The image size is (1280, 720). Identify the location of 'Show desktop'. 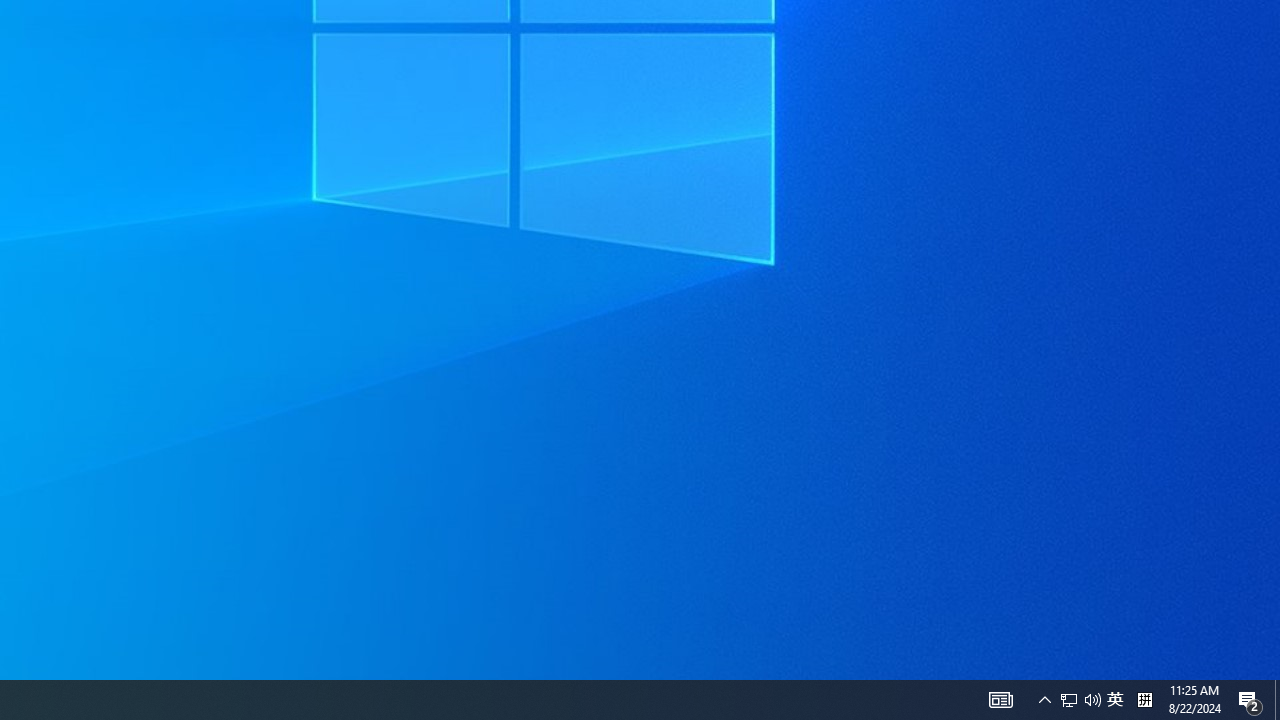
(1276, 698).